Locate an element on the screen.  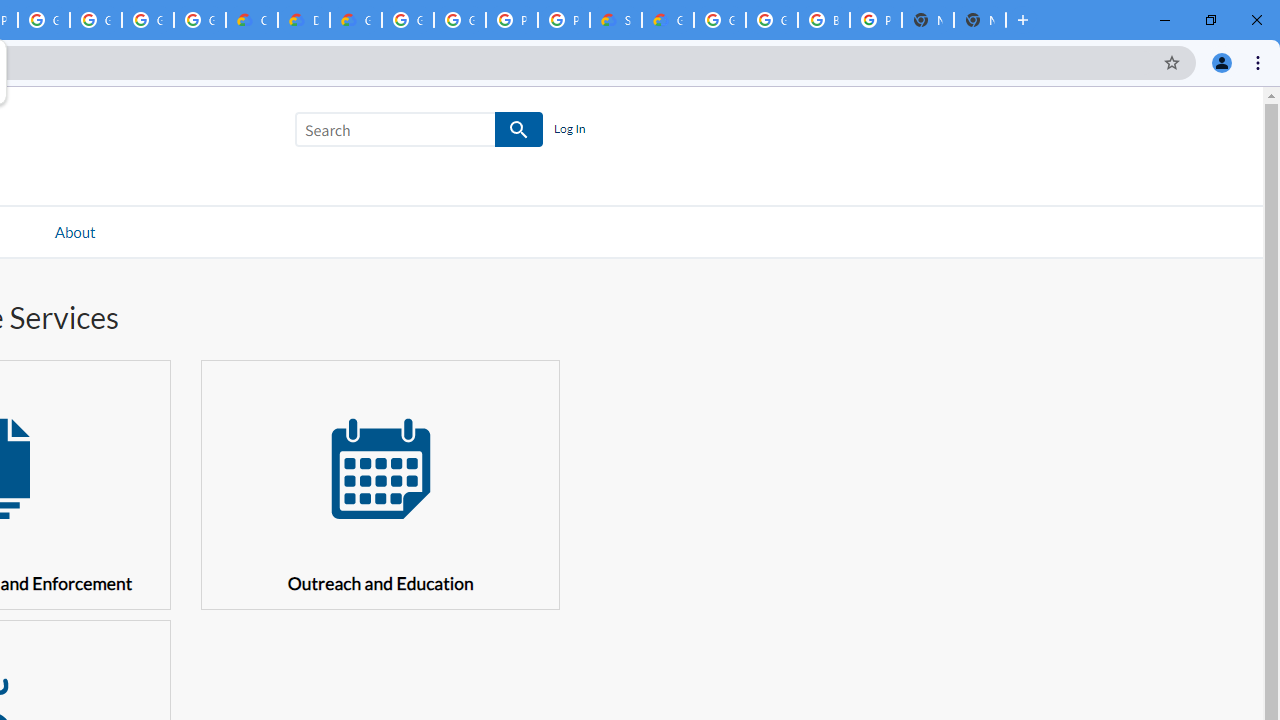
'Log In' is located at coordinates (568, 129).